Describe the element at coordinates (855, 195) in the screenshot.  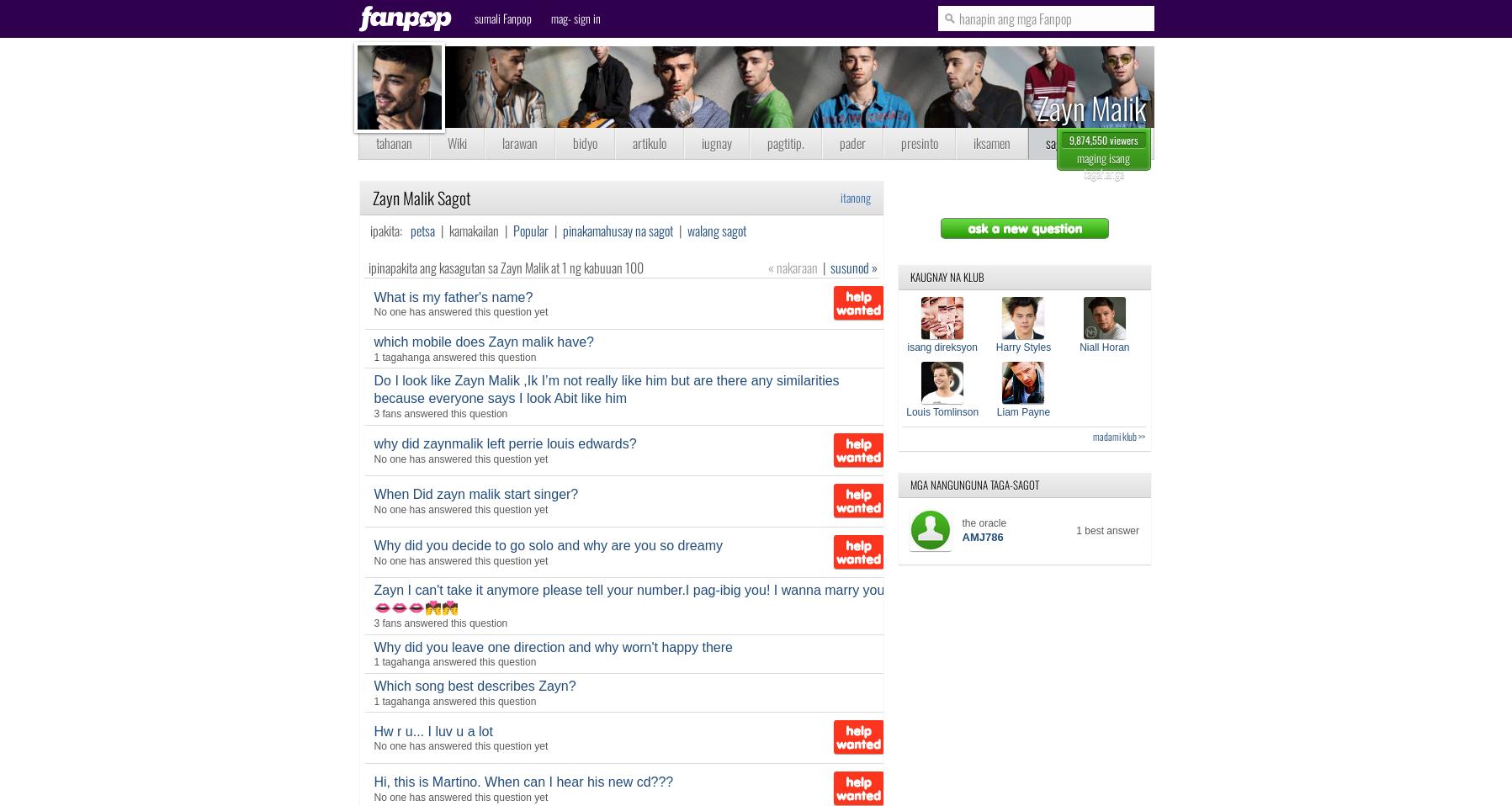
I see `'itanong'` at that location.